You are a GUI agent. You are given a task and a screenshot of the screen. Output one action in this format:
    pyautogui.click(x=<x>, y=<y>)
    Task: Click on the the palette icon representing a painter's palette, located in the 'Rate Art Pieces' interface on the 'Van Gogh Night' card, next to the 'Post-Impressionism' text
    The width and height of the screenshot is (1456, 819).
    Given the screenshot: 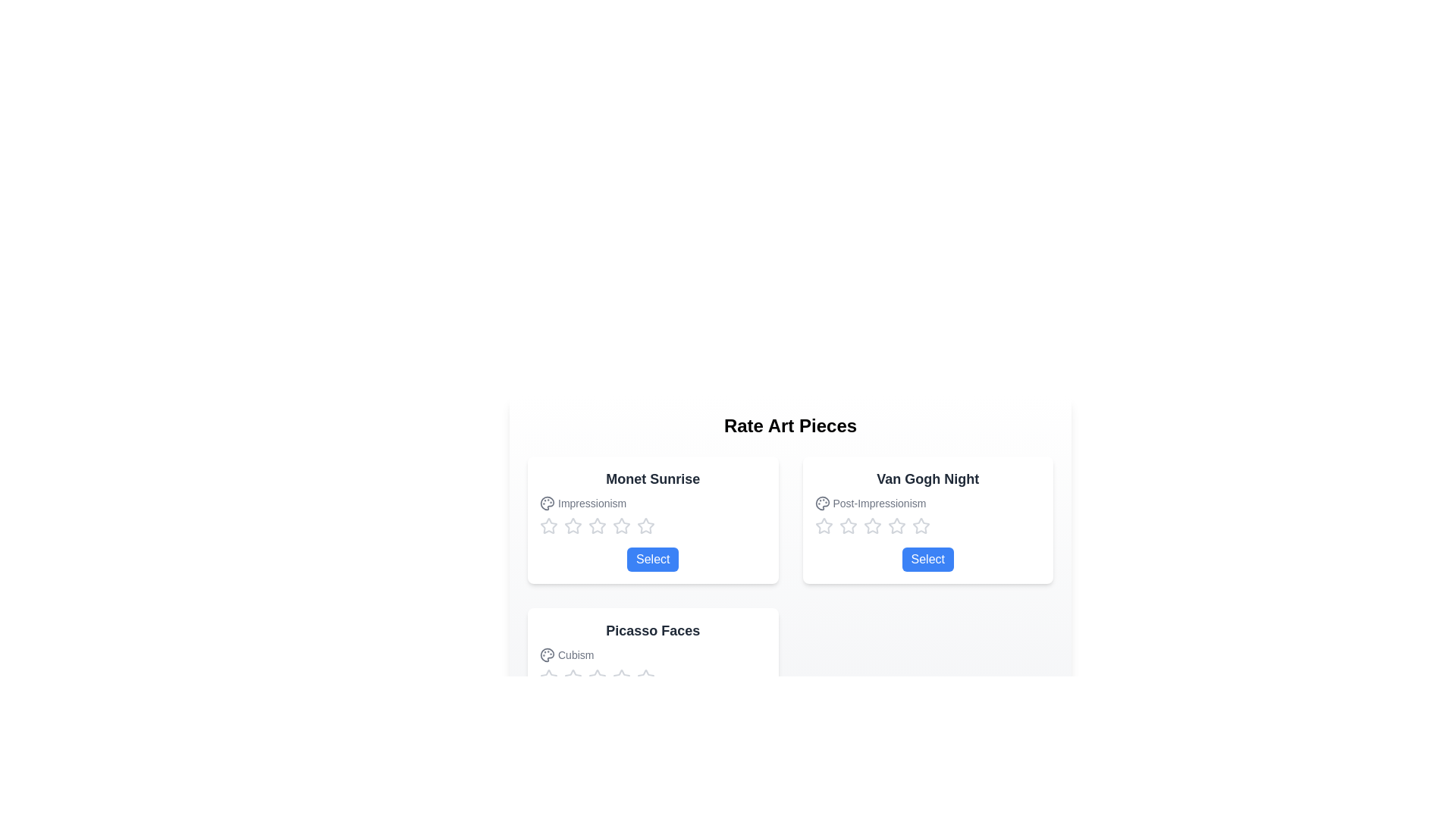 What is the action you would take?
    pyautogui.click(x=821, y=503)
    